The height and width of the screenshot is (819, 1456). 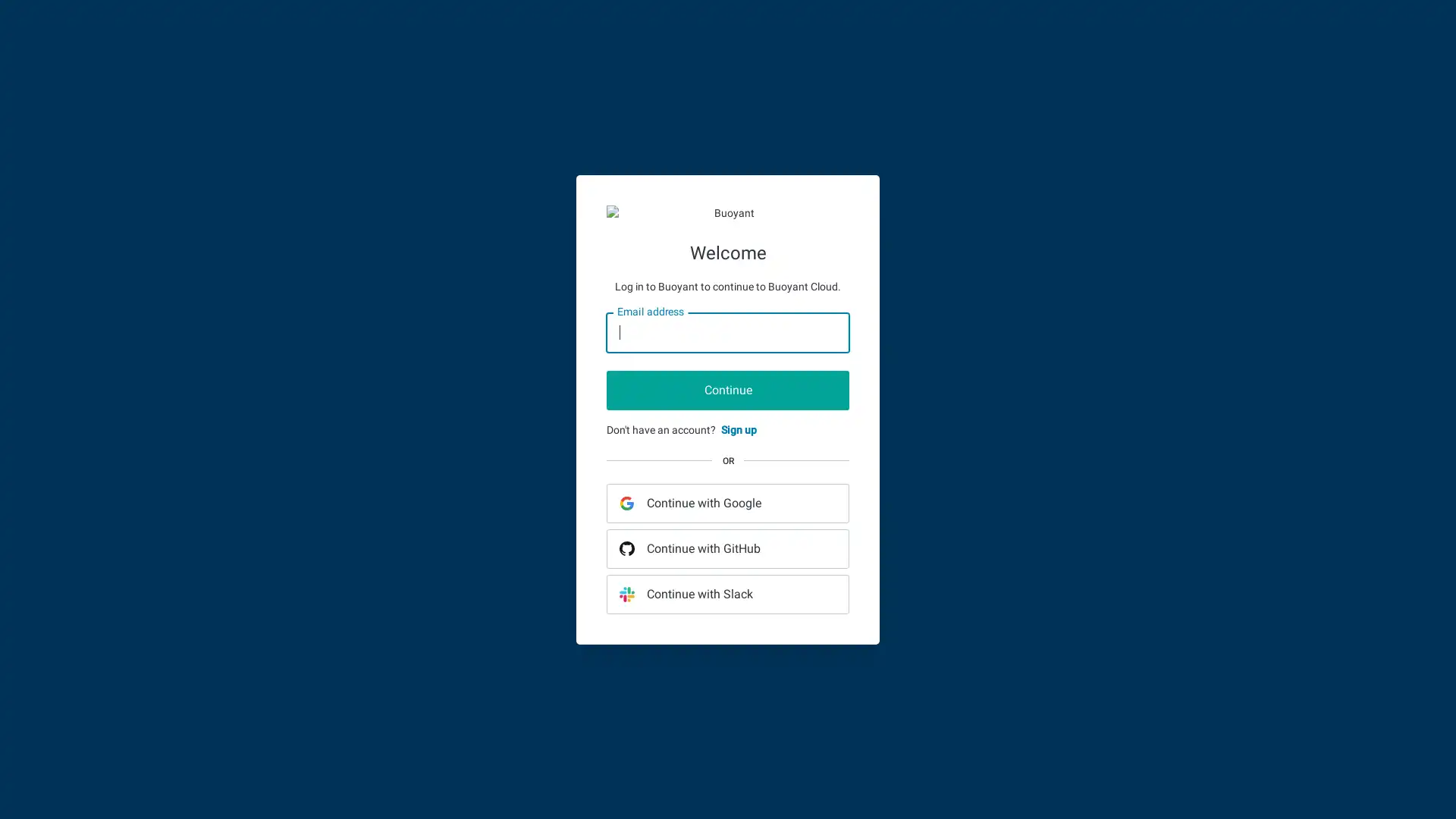 What do you see at coordinates (728, 388) in the screenshot?
I see `Continue` at bounding box center [728, 388].